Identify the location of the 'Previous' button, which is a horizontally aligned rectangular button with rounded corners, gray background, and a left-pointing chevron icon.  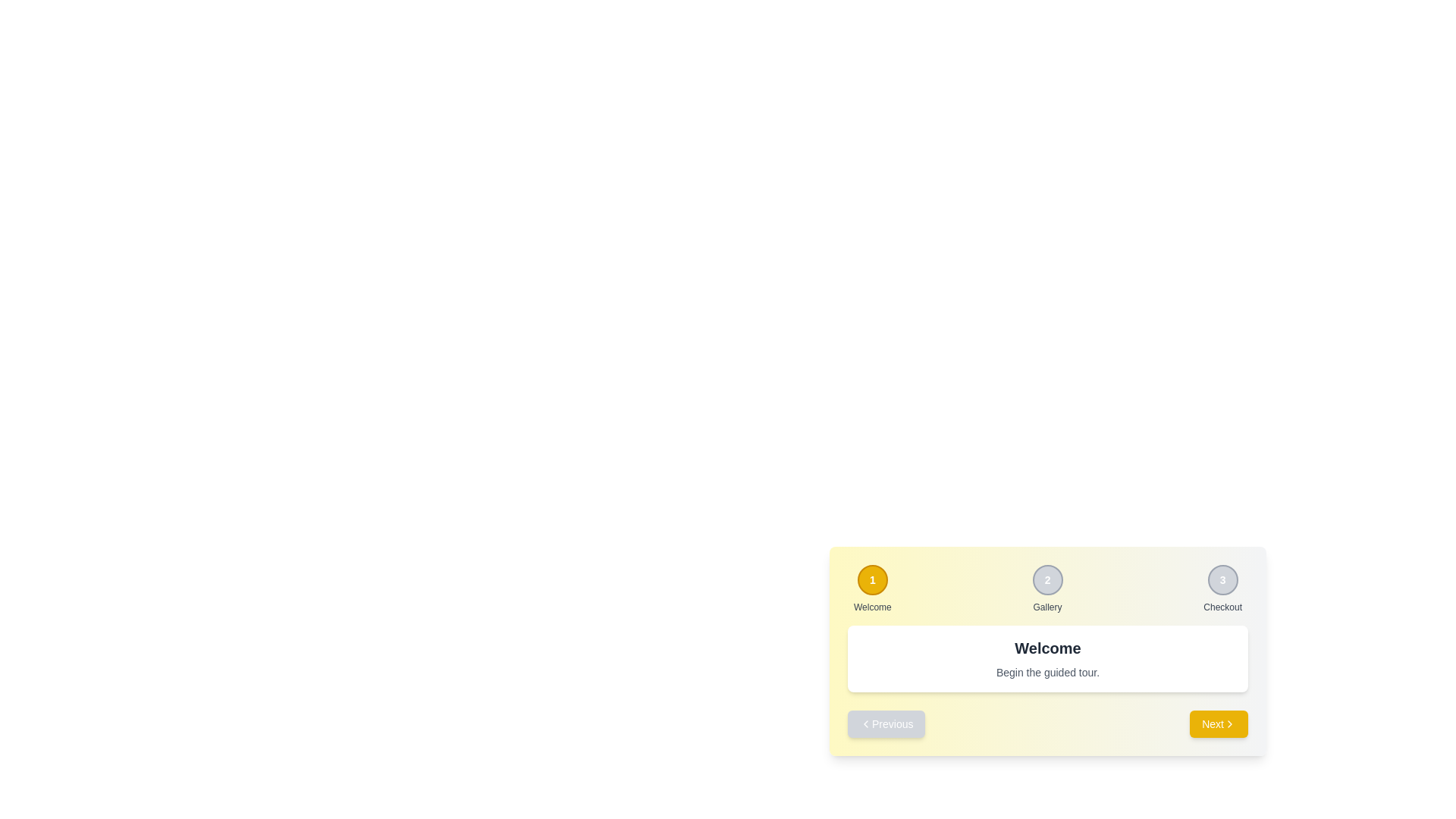
(886, 723).